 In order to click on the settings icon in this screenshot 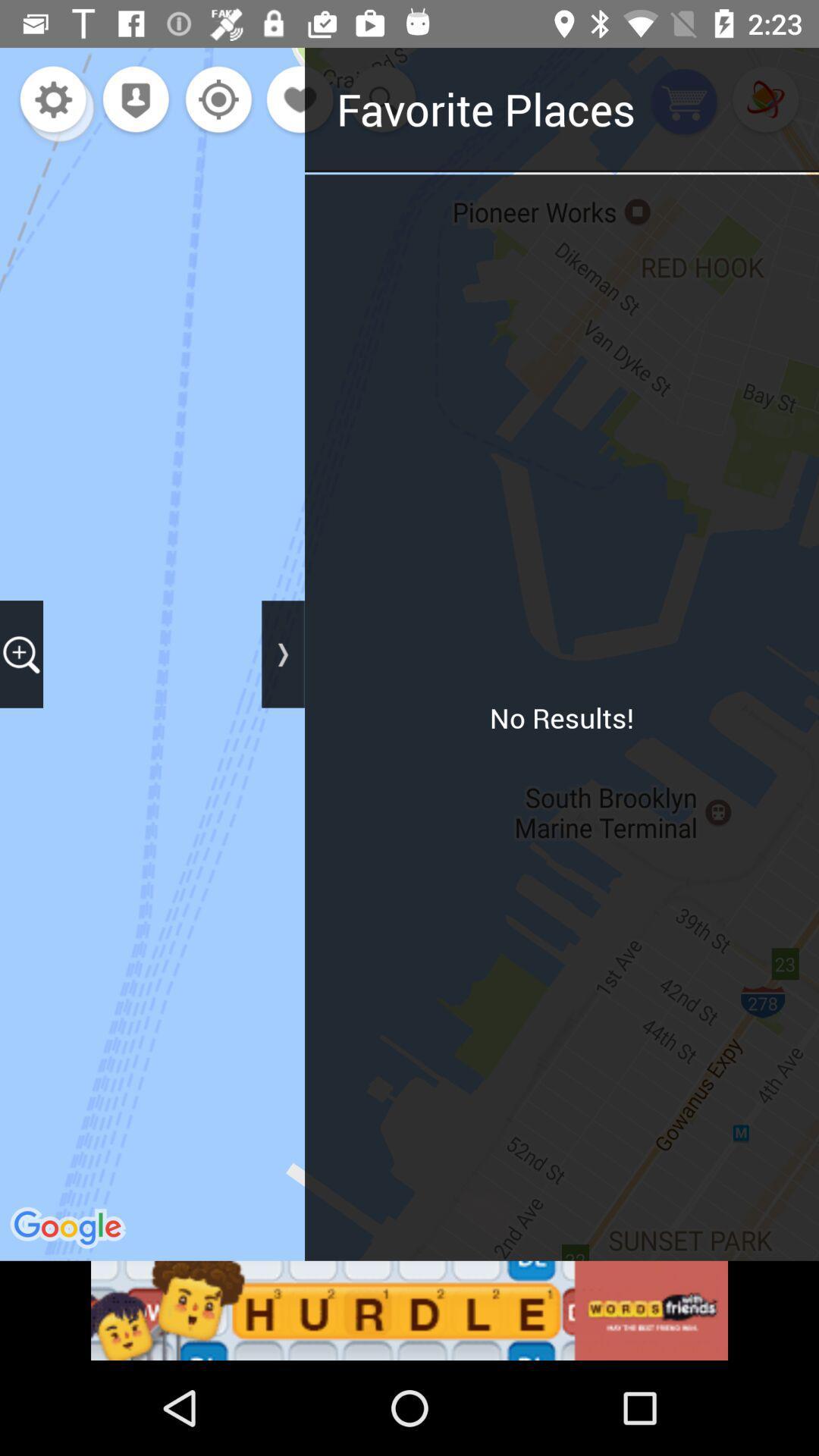, I will do `click(58, 106)`.